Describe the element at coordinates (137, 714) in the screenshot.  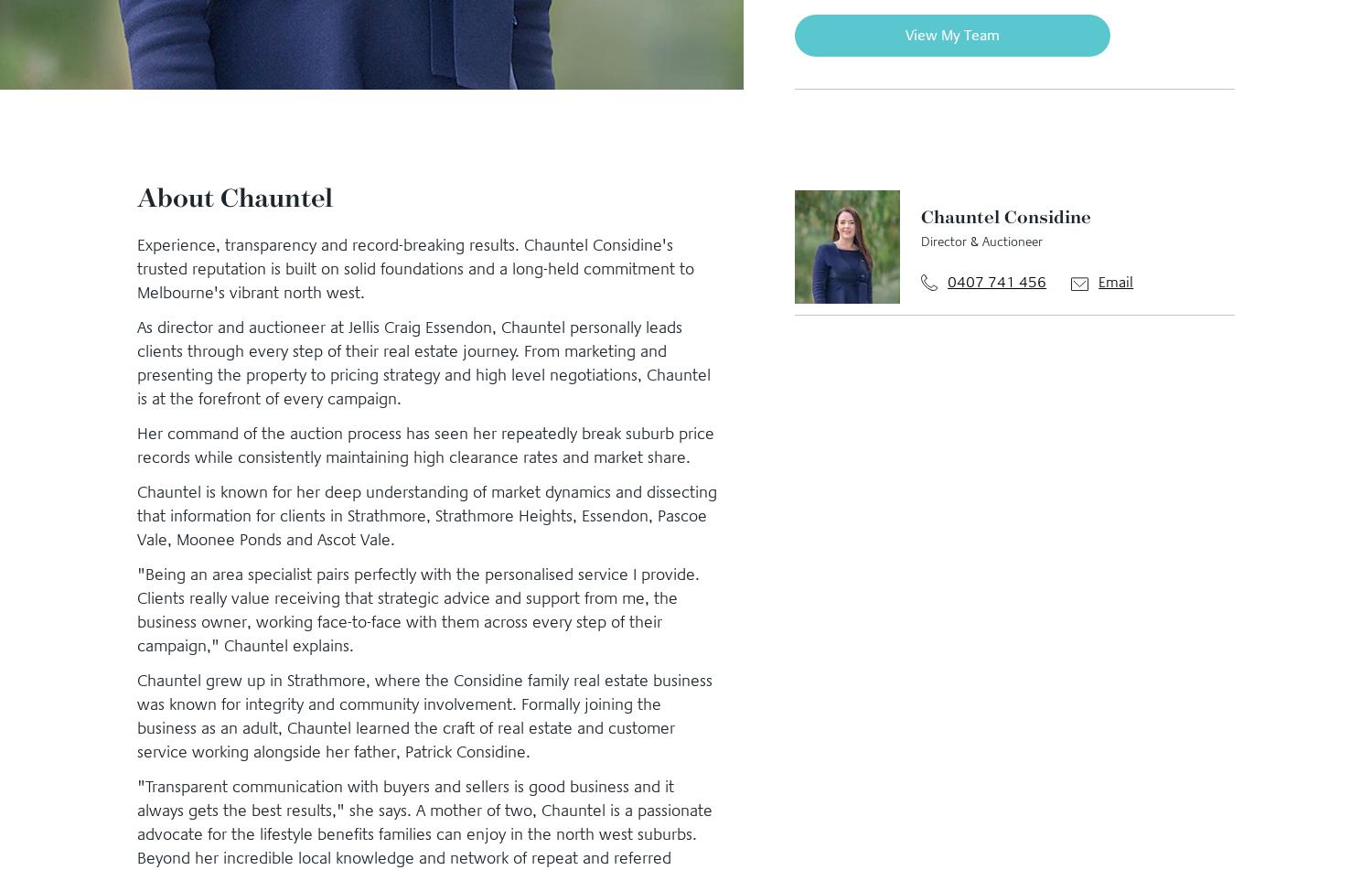
I see `'Chauntel grew up in Strathmore, where the Considine family real estate business was known for integrity and community involvement. Formally joining the business as an adult, Chauntel learned the craft of real estate and customer service working alongside her father, Patrick Considine.'` at that location.